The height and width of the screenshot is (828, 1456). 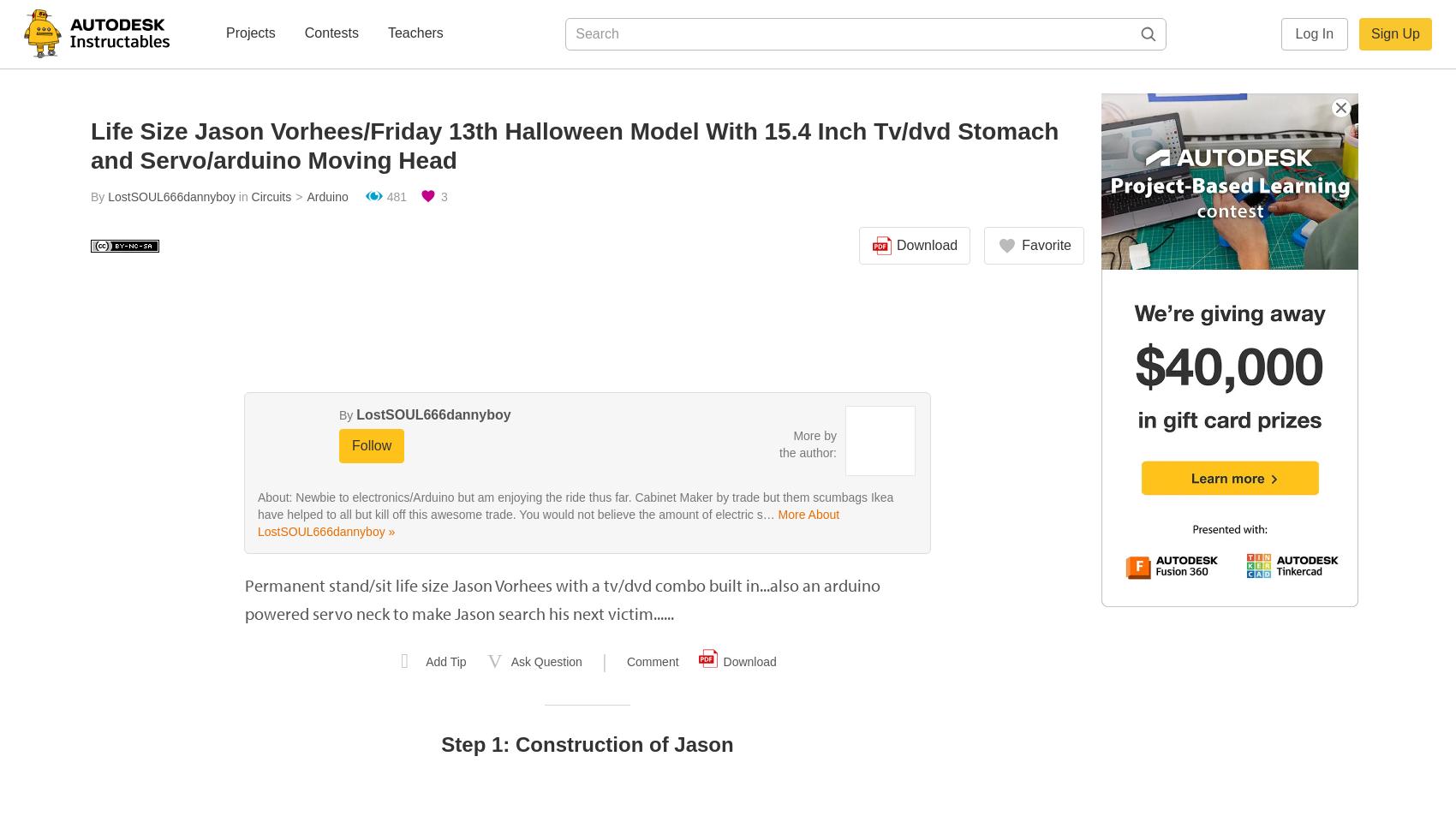 I want to click on 'Add Tip', so click(x=445, y=662).